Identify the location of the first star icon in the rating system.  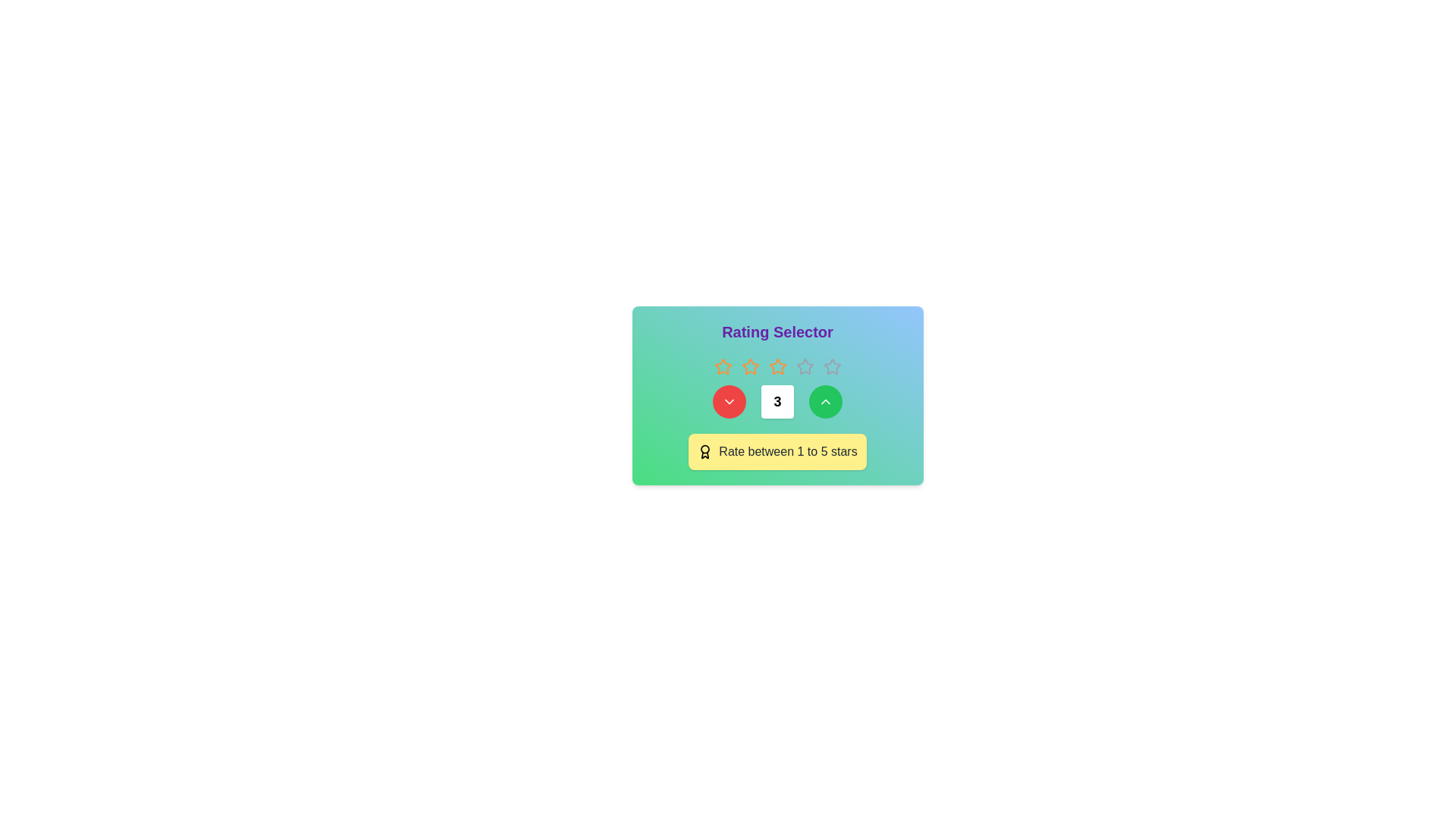
(722, 366).